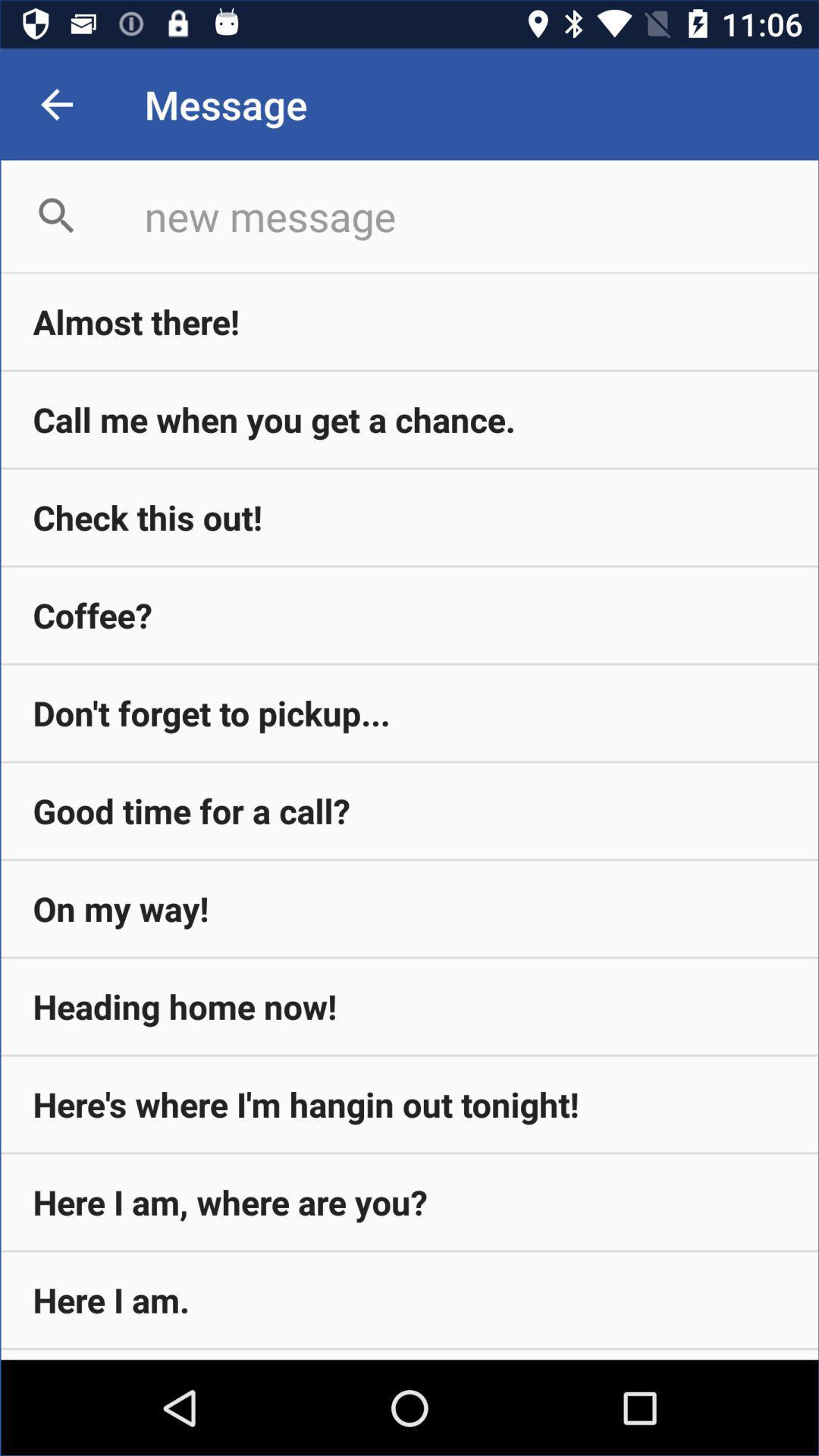 Image resolution: width=819 pixels, height=1456 pixels. What do you see at coordinates (409, 1104) in the screenshot?
I see `the here s where icon` at bounding box center [409, 1104].